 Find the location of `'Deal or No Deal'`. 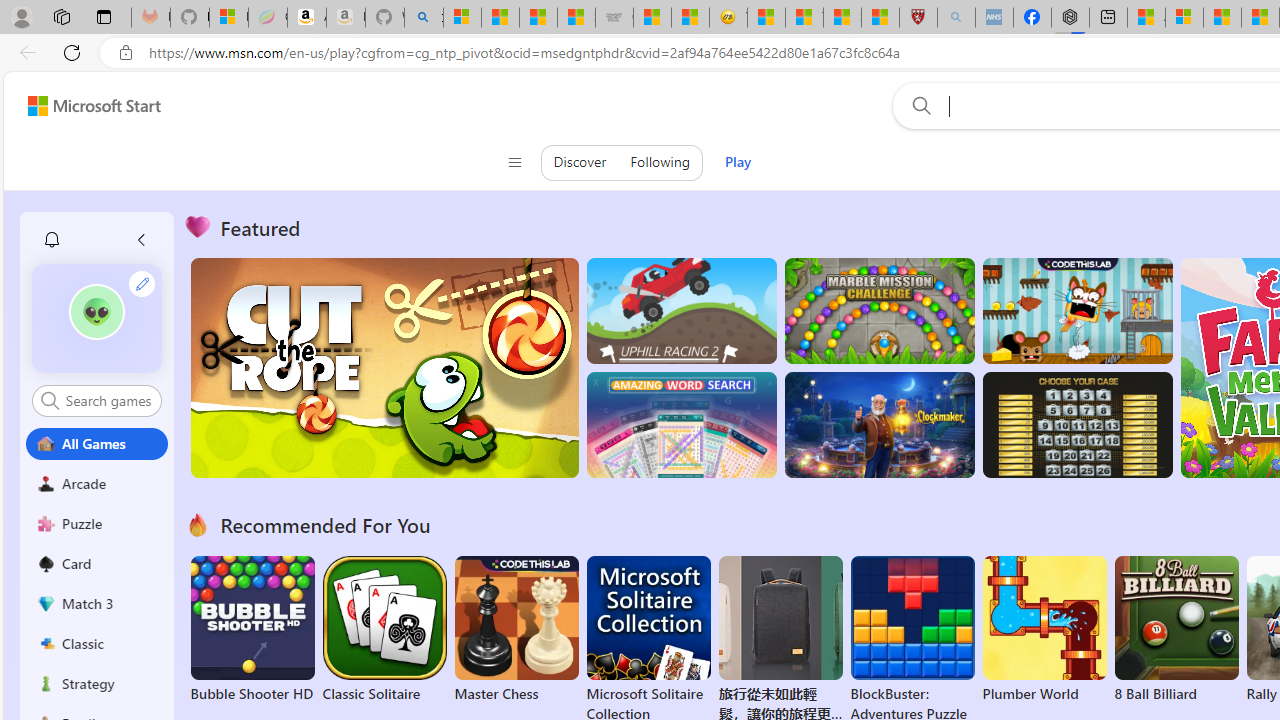

'Deal or No Deal' is located at coordinates (1076, 424).